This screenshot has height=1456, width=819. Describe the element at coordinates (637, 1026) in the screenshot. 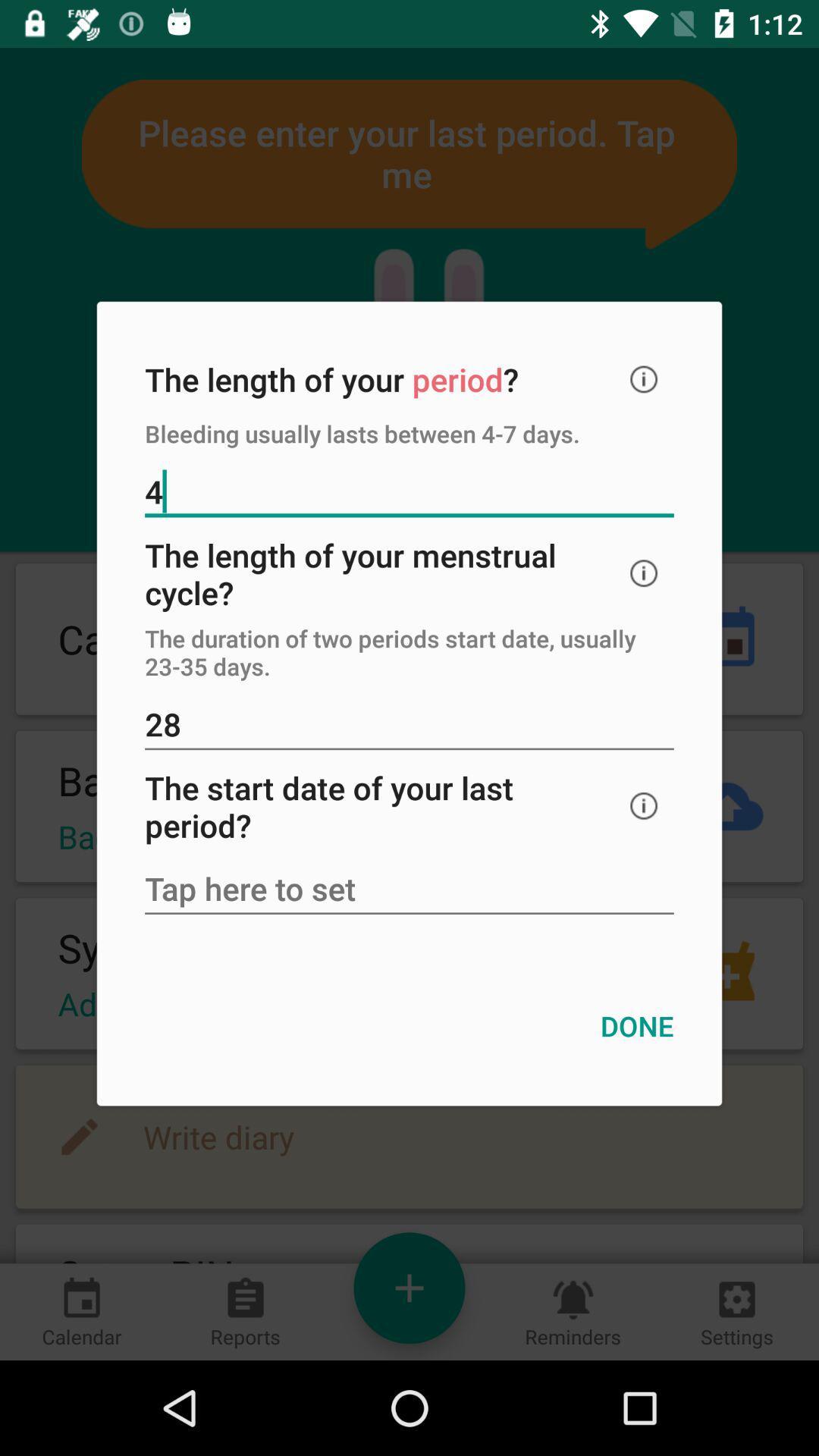

I see `done` at that location.